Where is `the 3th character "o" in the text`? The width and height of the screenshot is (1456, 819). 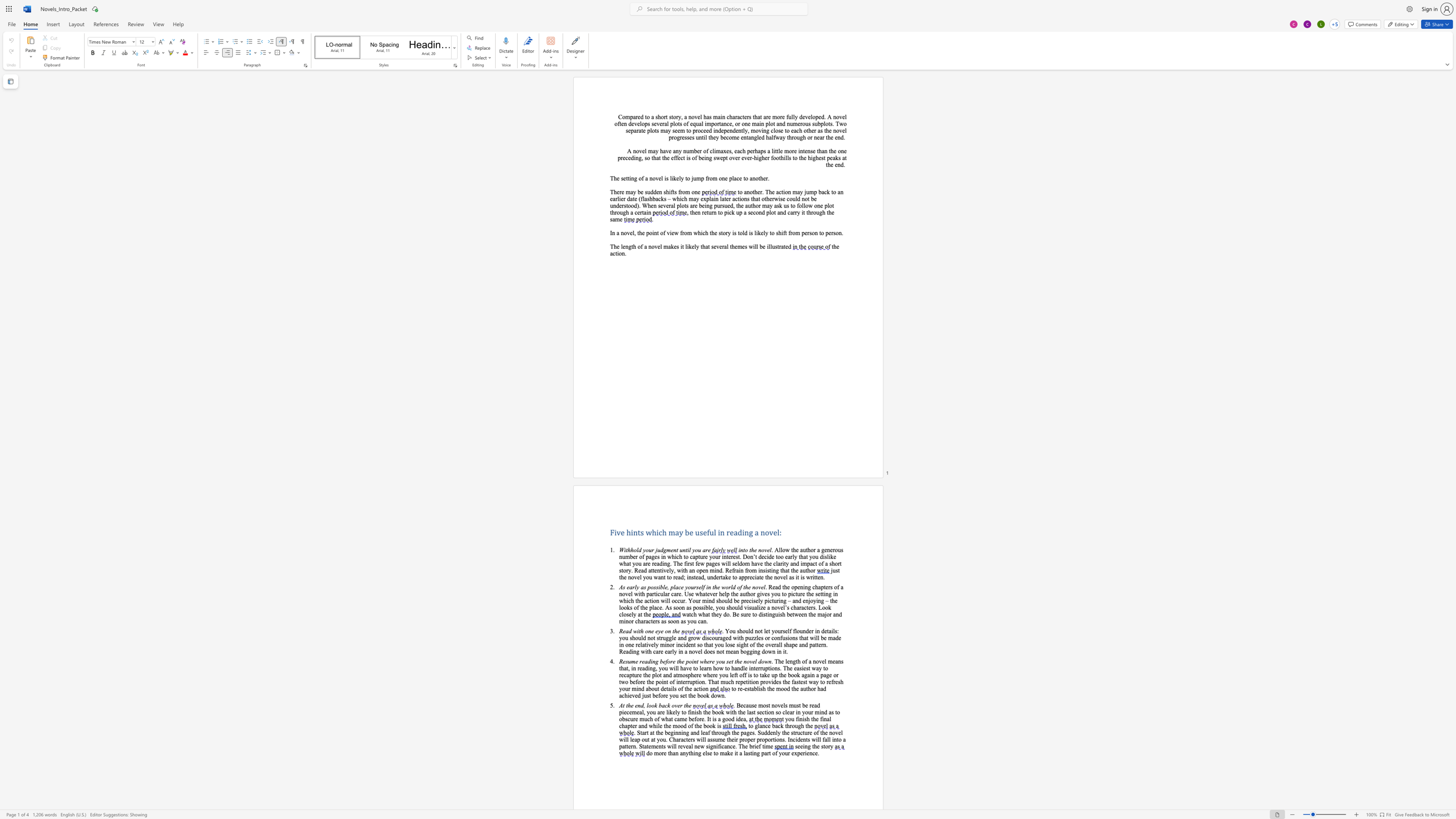
the 3th character "o" in the text is located at coordinates (653, 130).